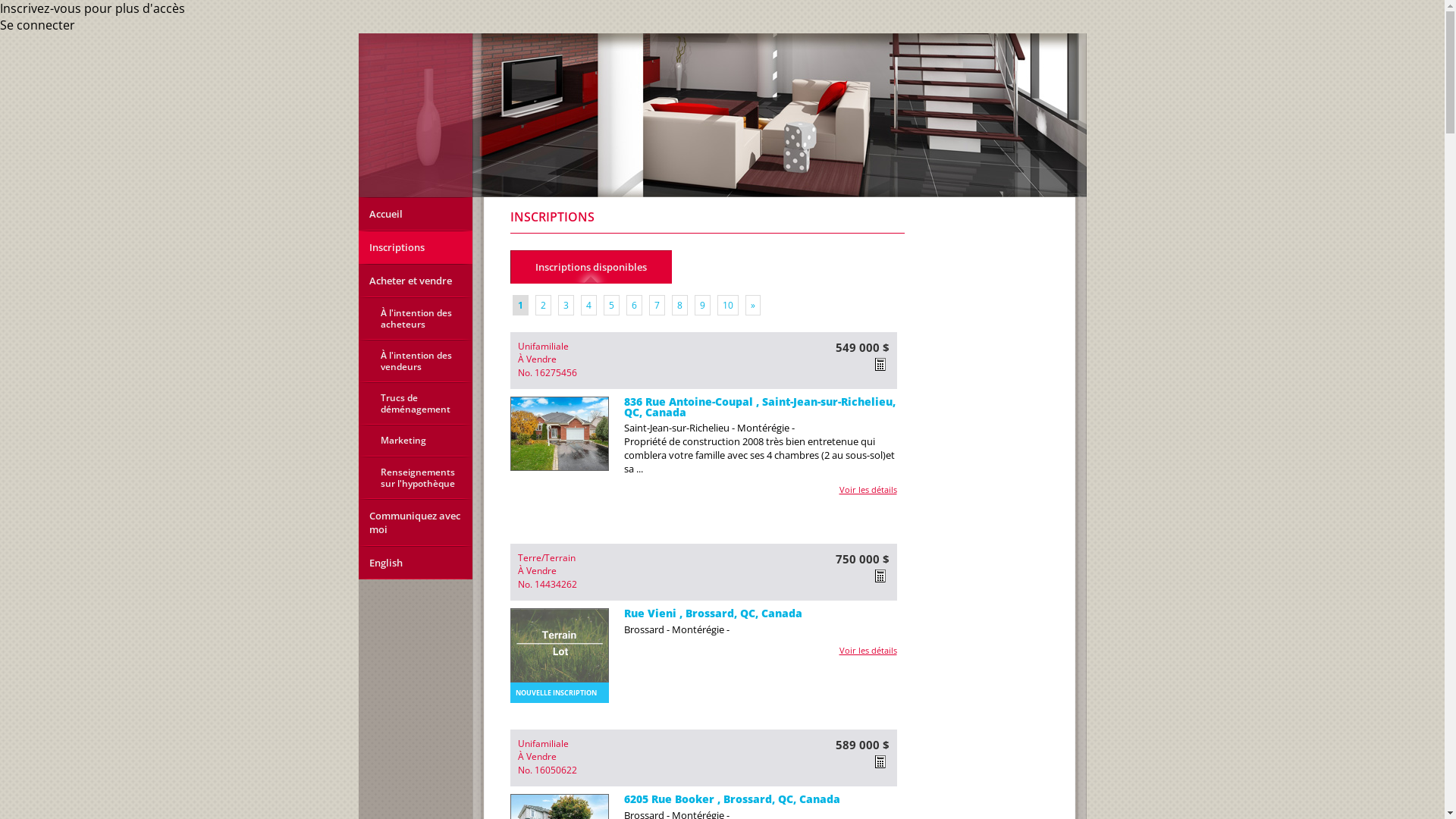 The height and width of the screenshot is (819, 1456). Describe the element at coordinates (634, 305) in the screenshot. I see `'6'` at that location.